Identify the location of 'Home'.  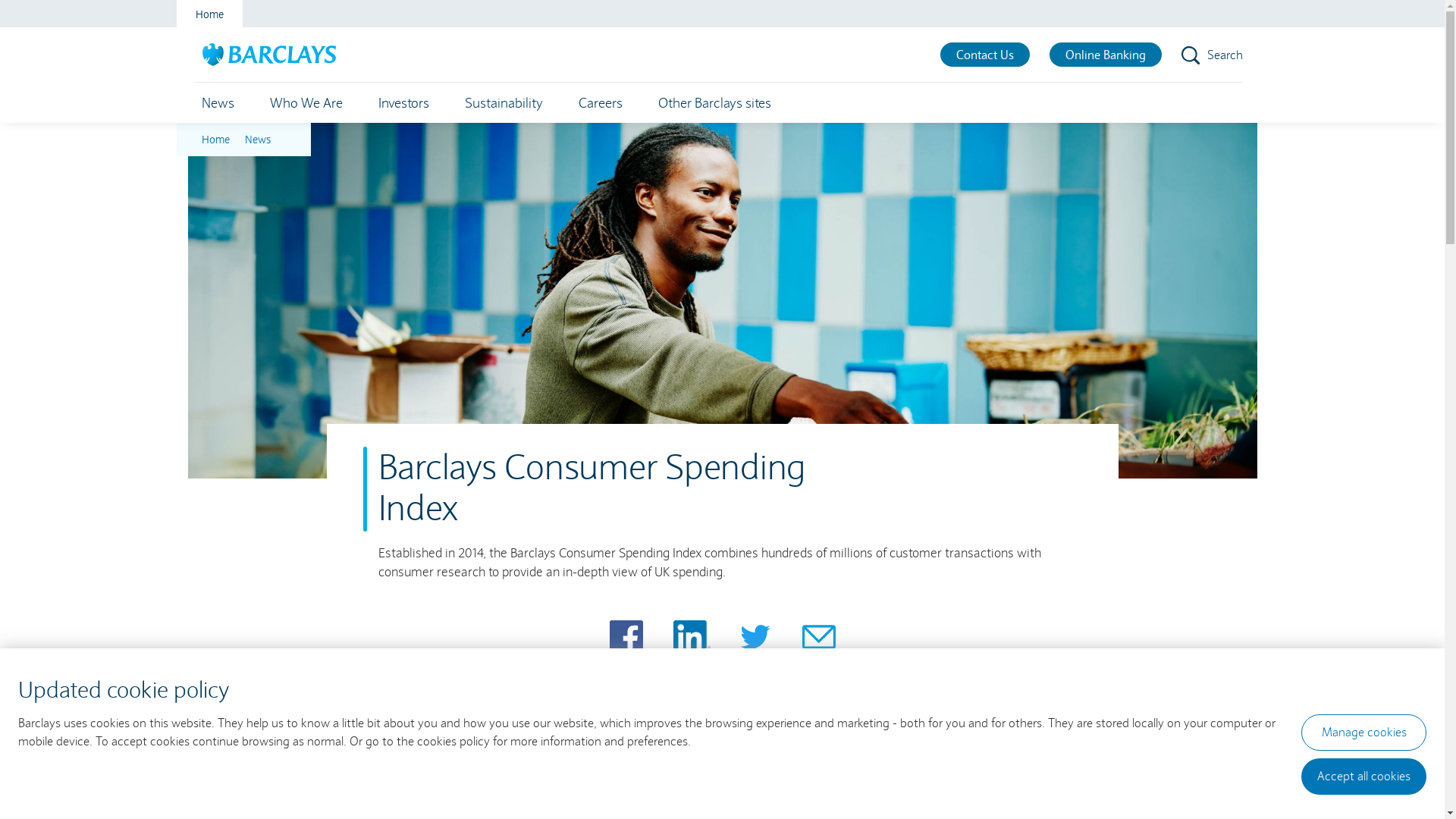
(208, 14).